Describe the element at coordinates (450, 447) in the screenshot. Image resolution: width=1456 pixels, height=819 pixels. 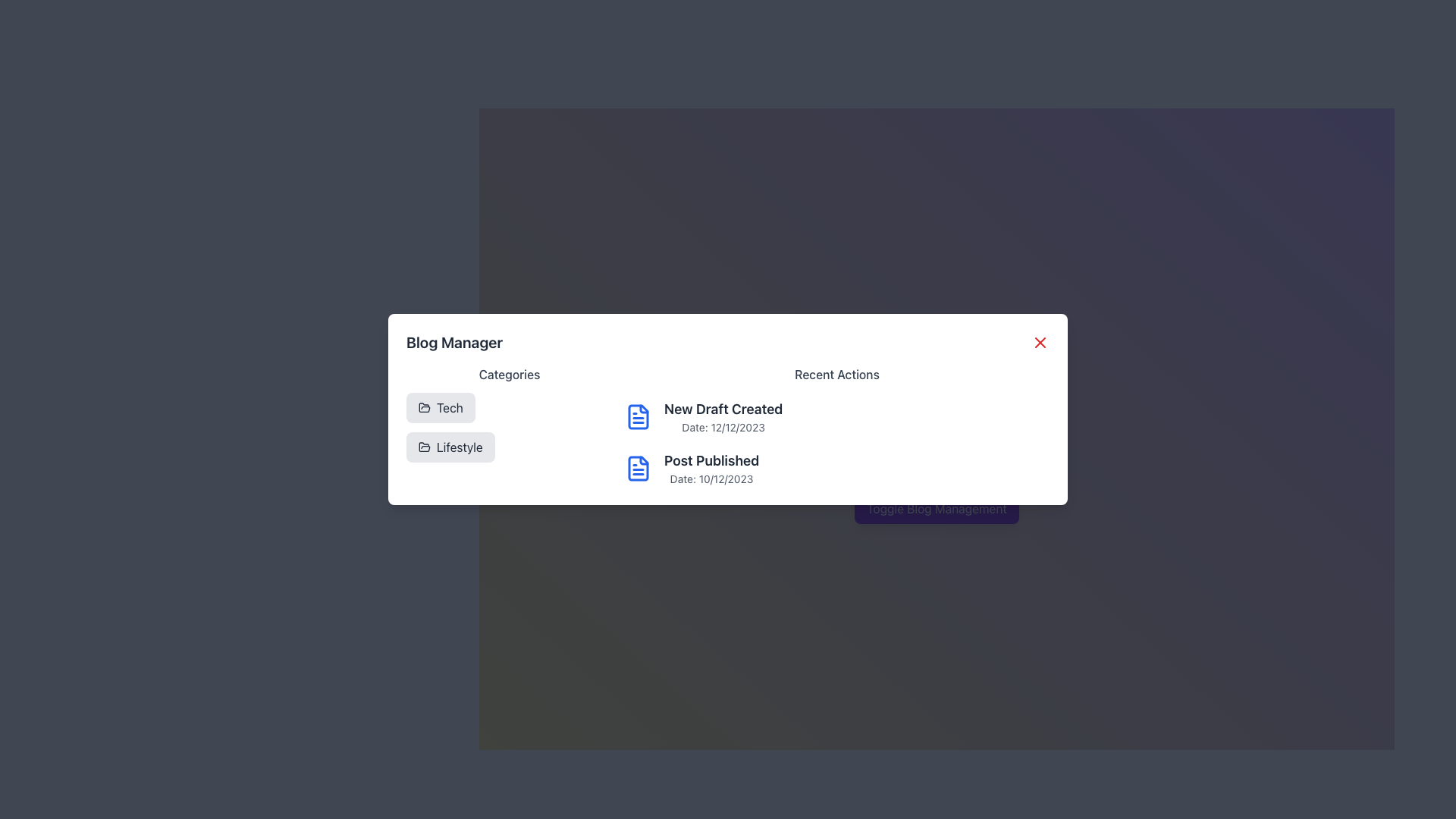
I see `the 'Lifestyle' category button in the 'Categories' section of the 'Blog Manager' modal` at that location.